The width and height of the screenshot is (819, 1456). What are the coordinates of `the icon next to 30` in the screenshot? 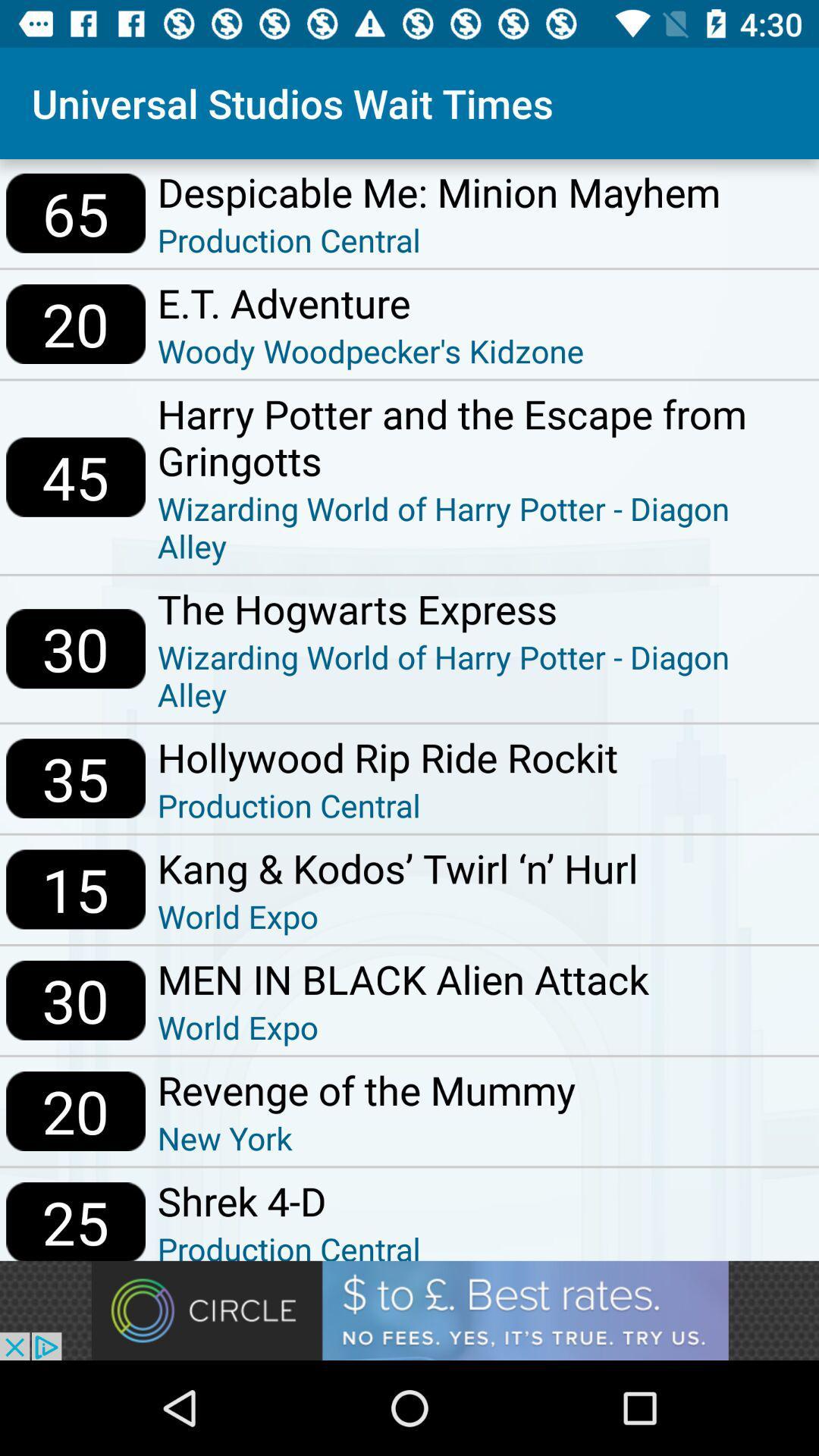 It's located at (402, 979).